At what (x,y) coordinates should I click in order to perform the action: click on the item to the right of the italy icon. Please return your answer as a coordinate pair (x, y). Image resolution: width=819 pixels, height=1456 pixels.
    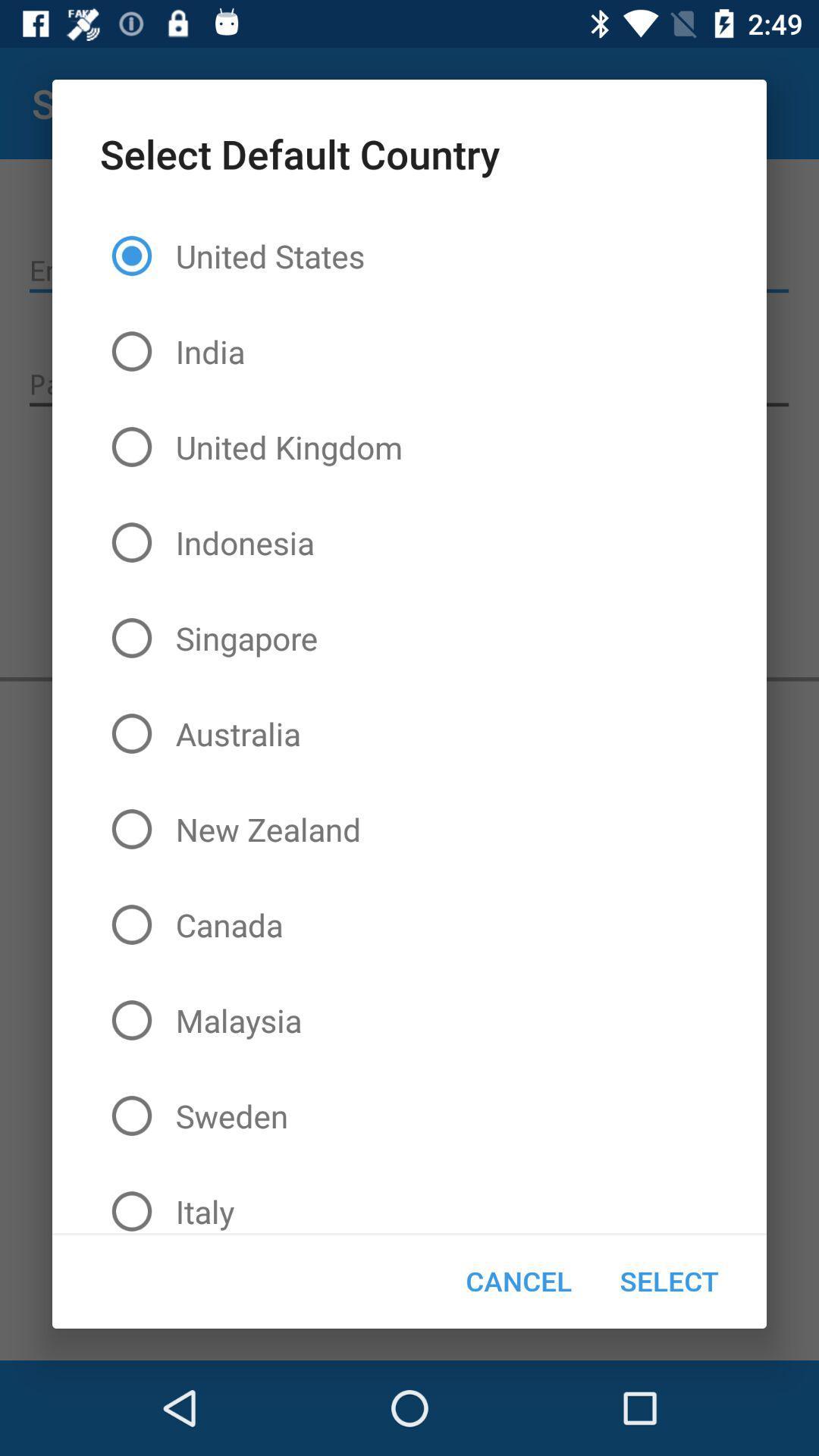
    Looking at the image, I should click on (518, 1280).